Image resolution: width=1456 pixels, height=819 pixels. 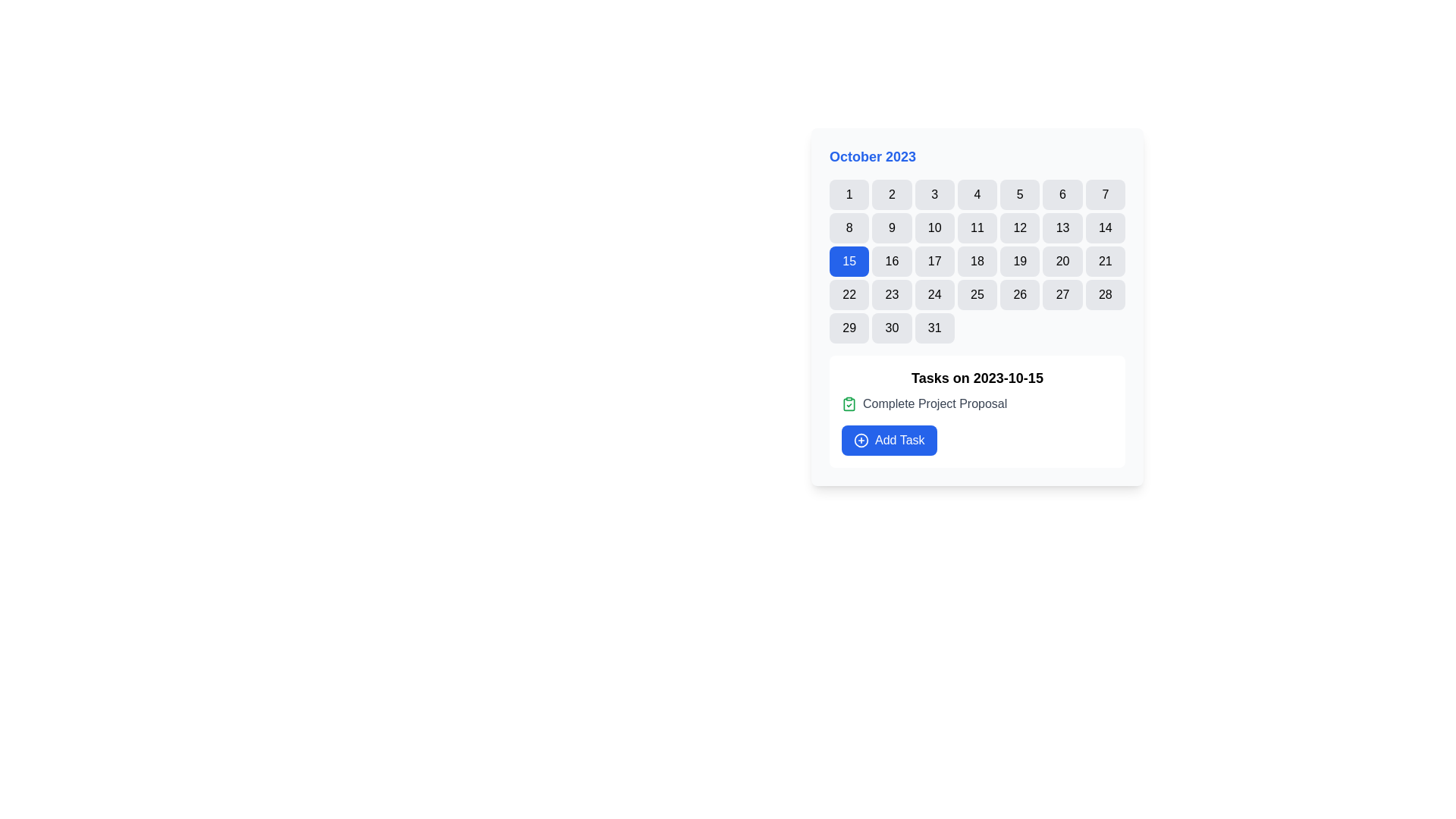 I want to click on the text label within the 'Add Task' button, which serves as a visual indicator for the button's action, so click(x=899, y=441).